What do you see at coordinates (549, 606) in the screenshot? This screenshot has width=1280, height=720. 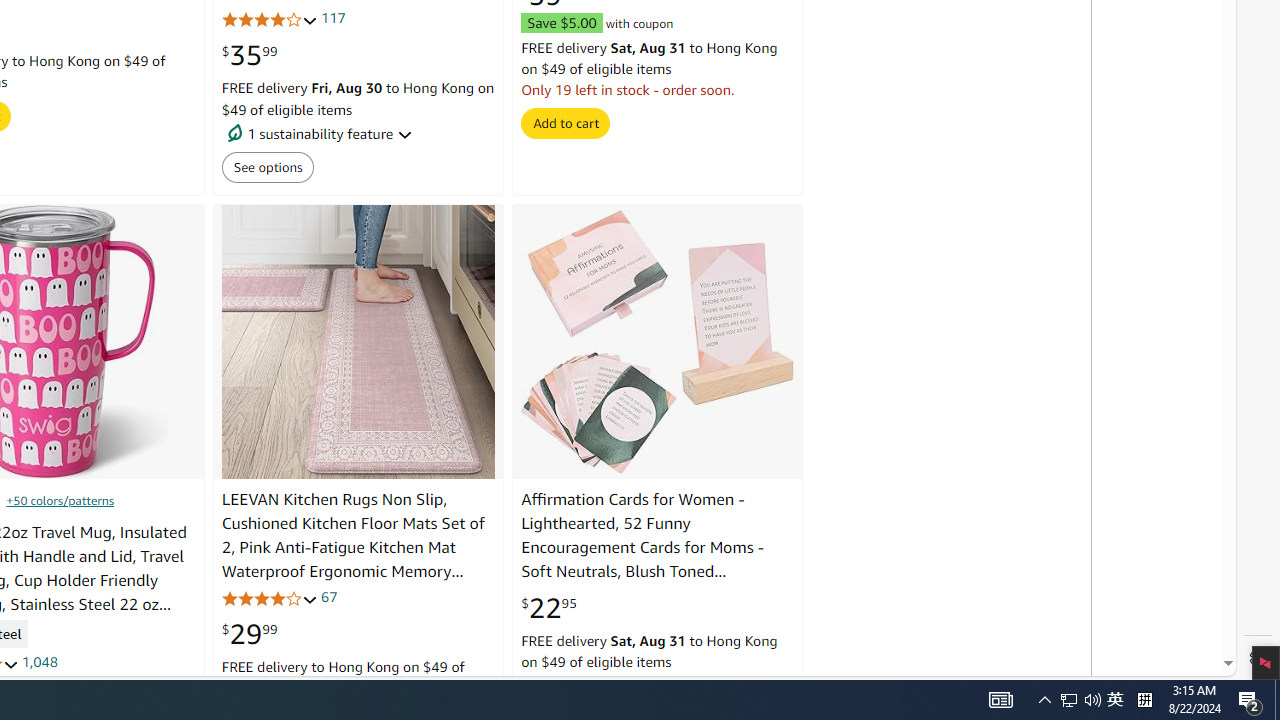 I see `'$22.95'` at bounding box center [549, 606].